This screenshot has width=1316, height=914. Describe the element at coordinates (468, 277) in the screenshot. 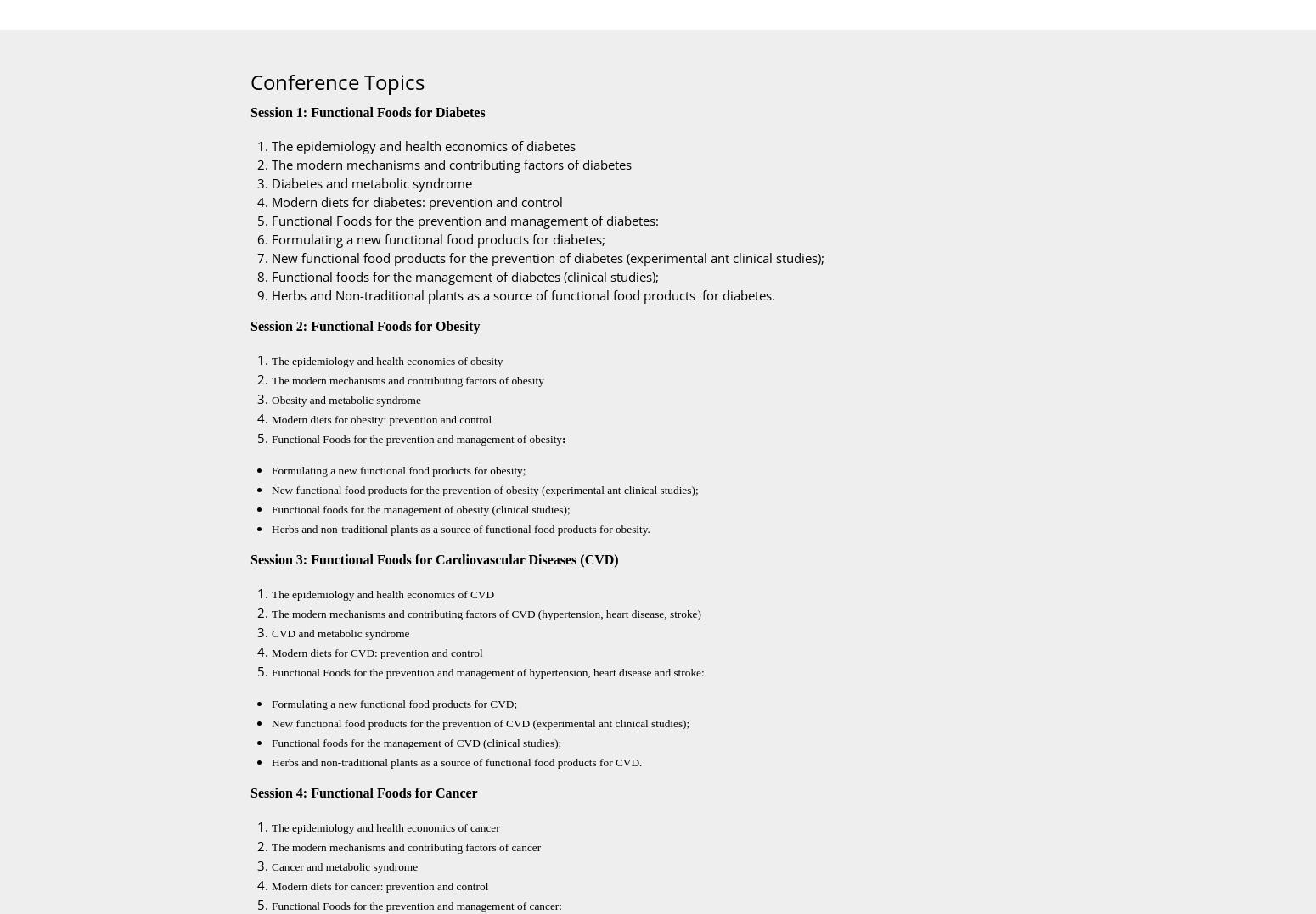

I see `'Functional foods for the management of diabetes (clinical studies);'` at that location.